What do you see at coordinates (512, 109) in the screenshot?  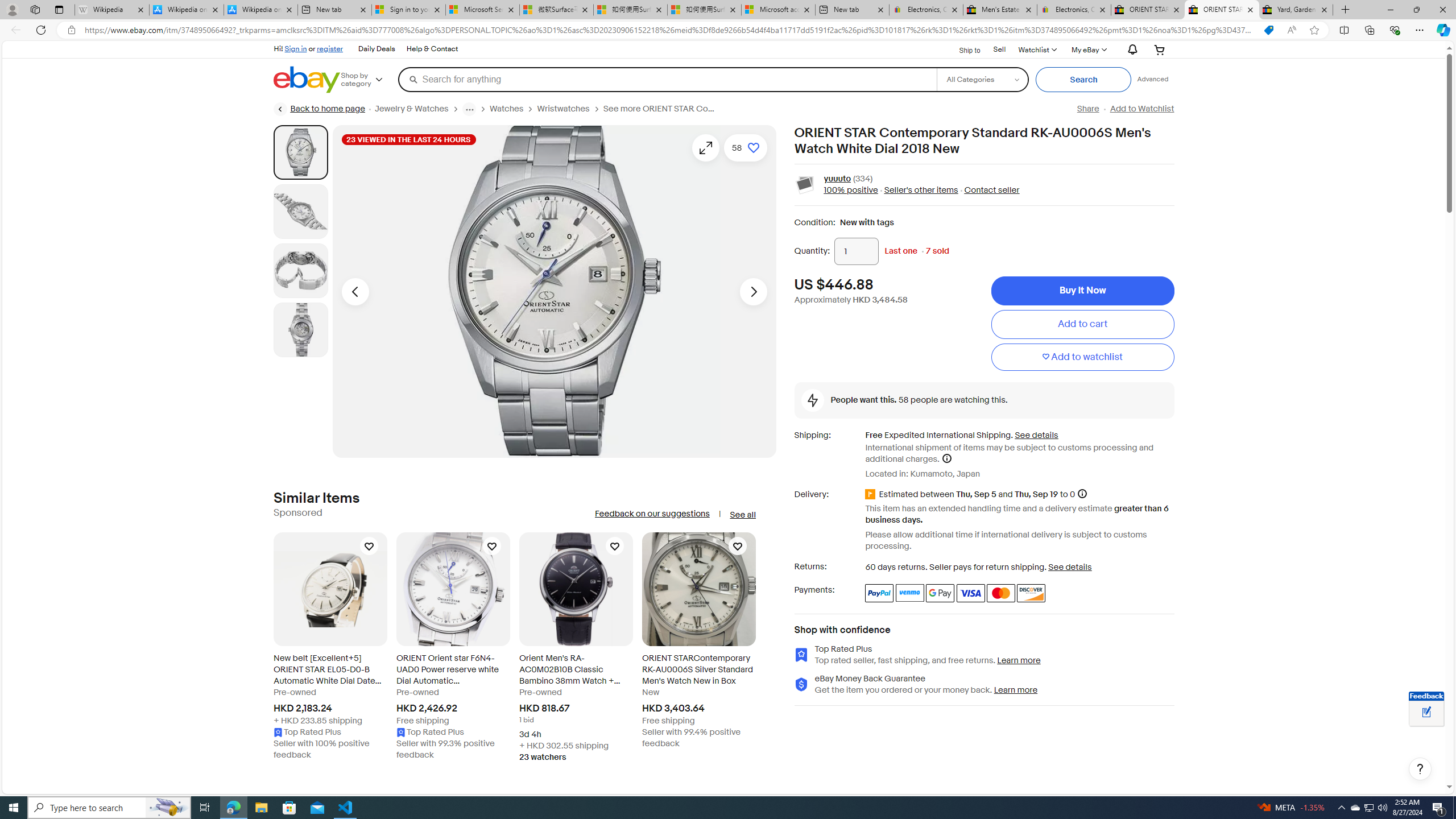 I see `'Watches'` at bounding box center [512, 109].